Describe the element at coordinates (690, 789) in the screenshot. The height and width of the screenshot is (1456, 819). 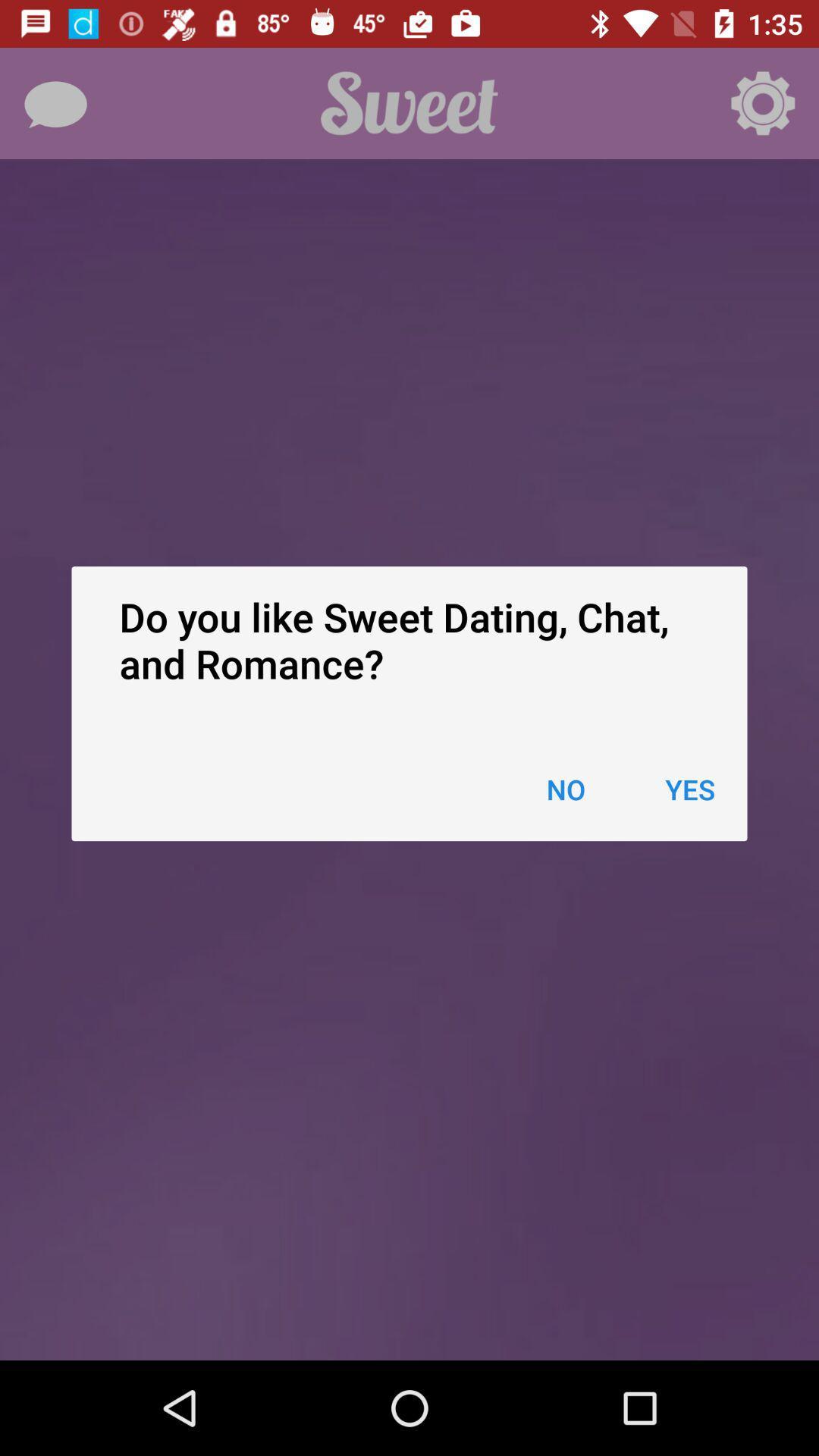
I see `item below do you like icon` at that location.